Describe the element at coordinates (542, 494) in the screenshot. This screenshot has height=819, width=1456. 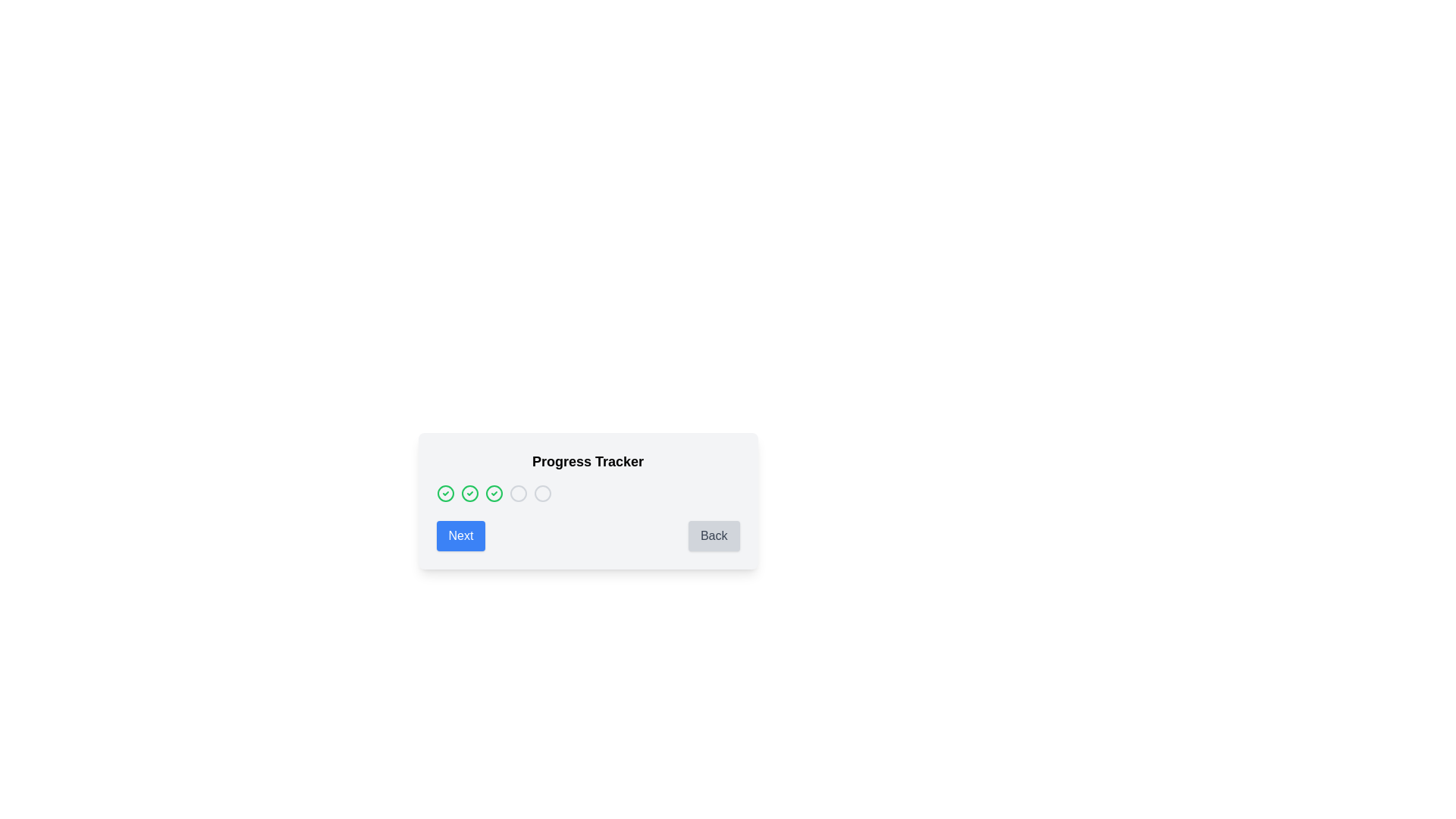
I see `the status represented by the fifth circular Progress Stage Indicator in the progress tracker layout` at that location.